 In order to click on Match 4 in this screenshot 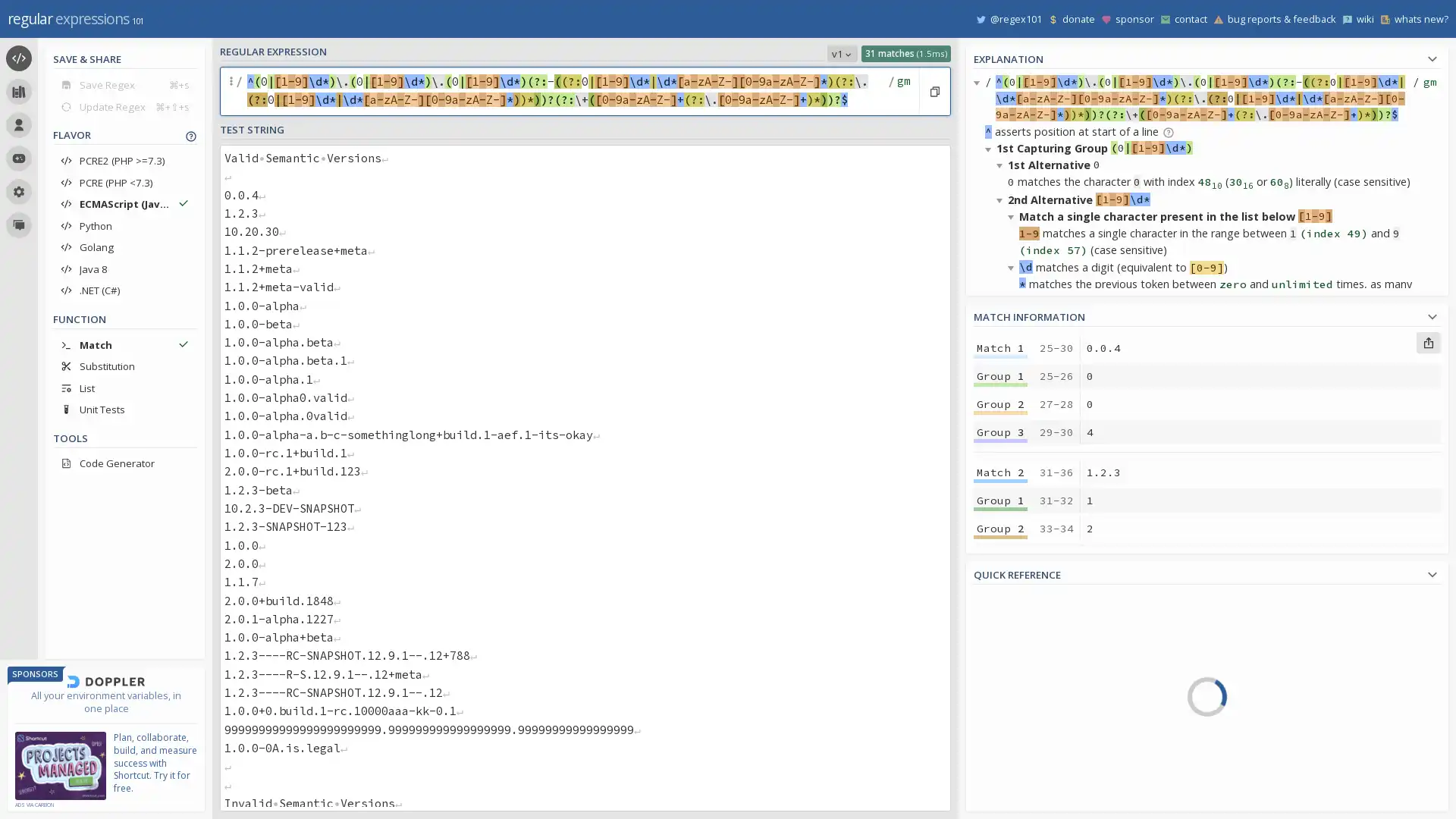, I will do `click(1000, 720)`.